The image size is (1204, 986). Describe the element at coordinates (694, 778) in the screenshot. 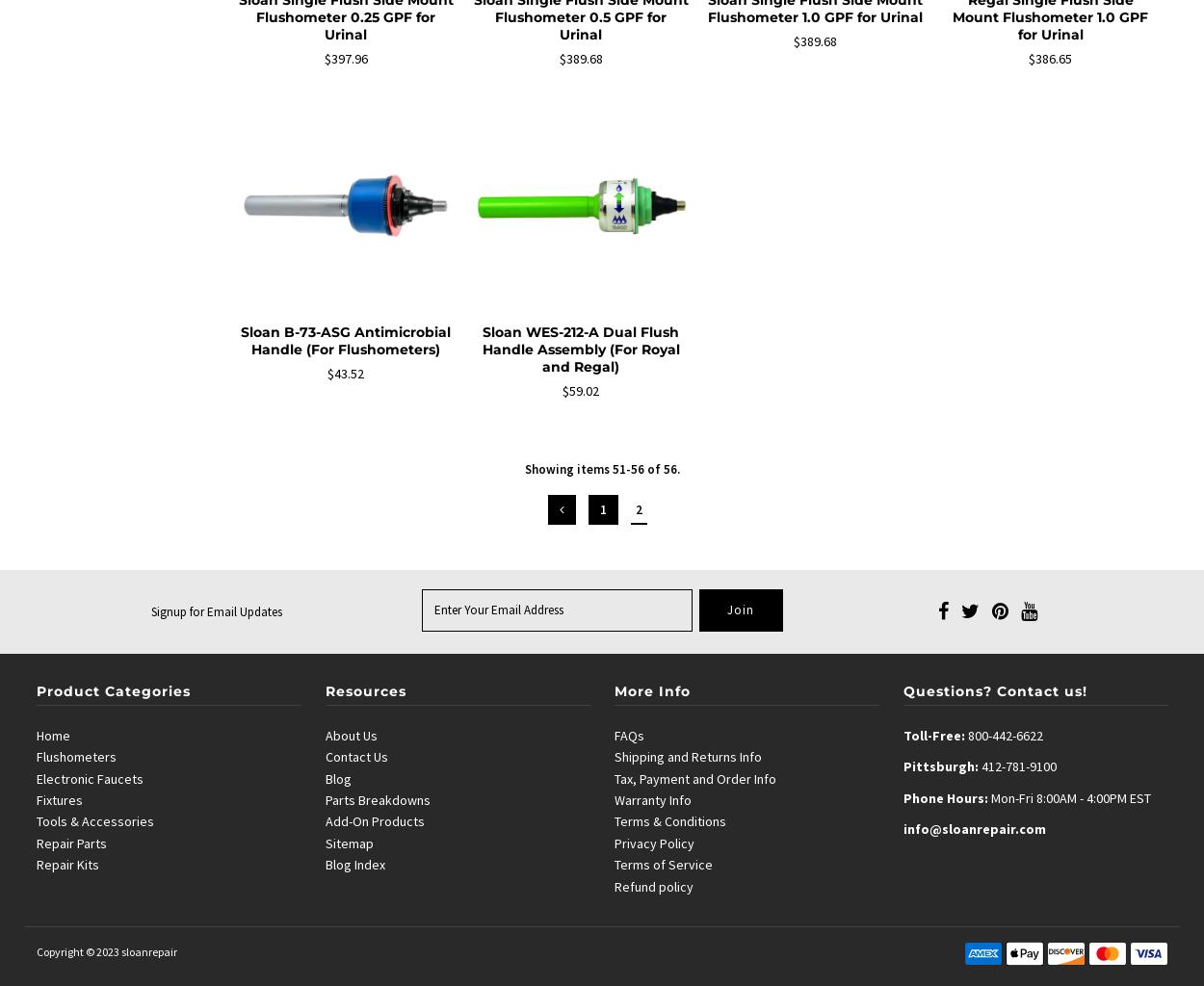

I see `'Tax, Payment and Order Info'` at that location.